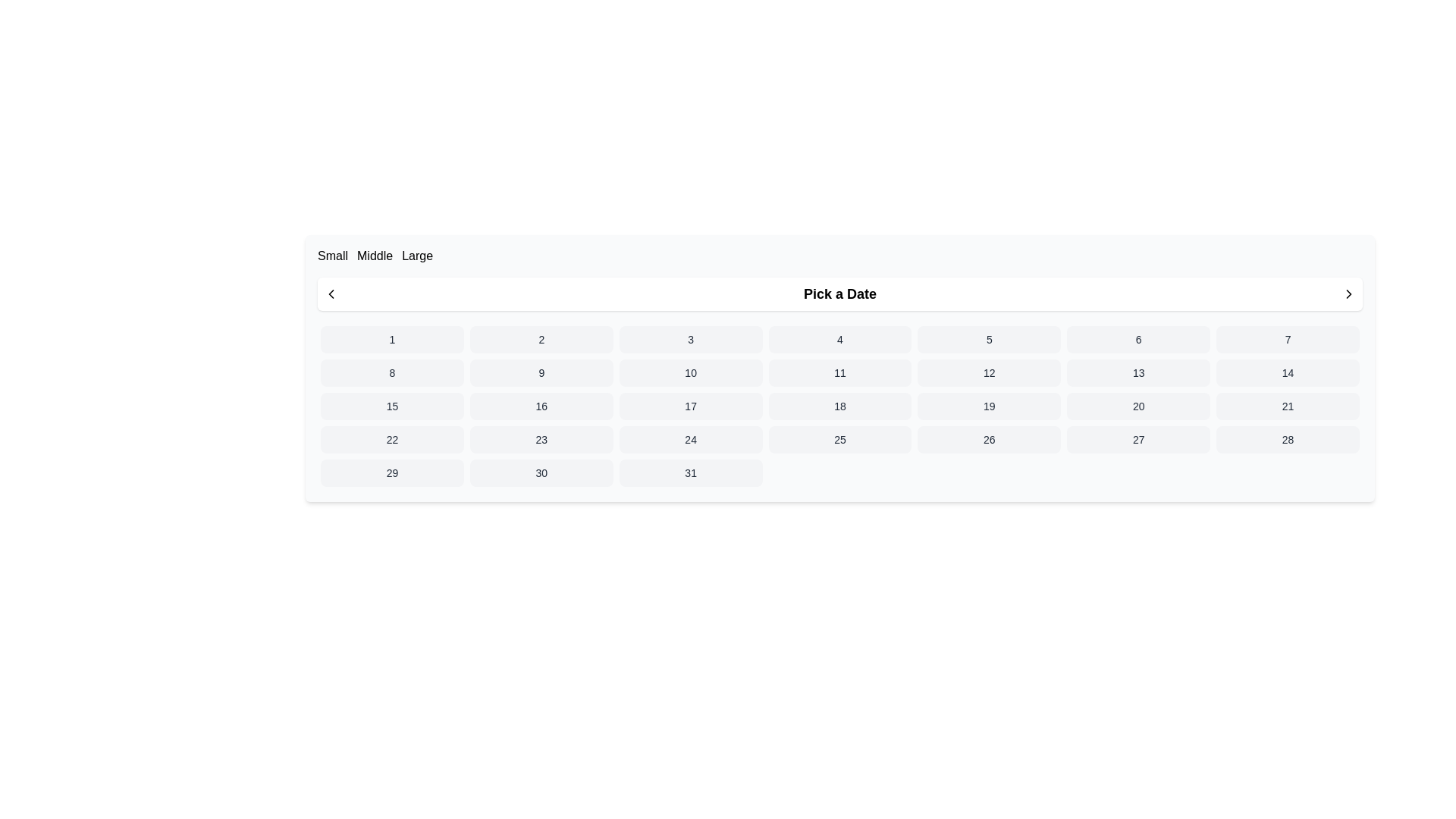 This screenshot has width=1456, height=819. What do you see at coordinates (989, 338) in the screenshot?
I see `the interactive button that allows users to select the number '5' in the calendar grid layout` at bounding box center [989, 338].